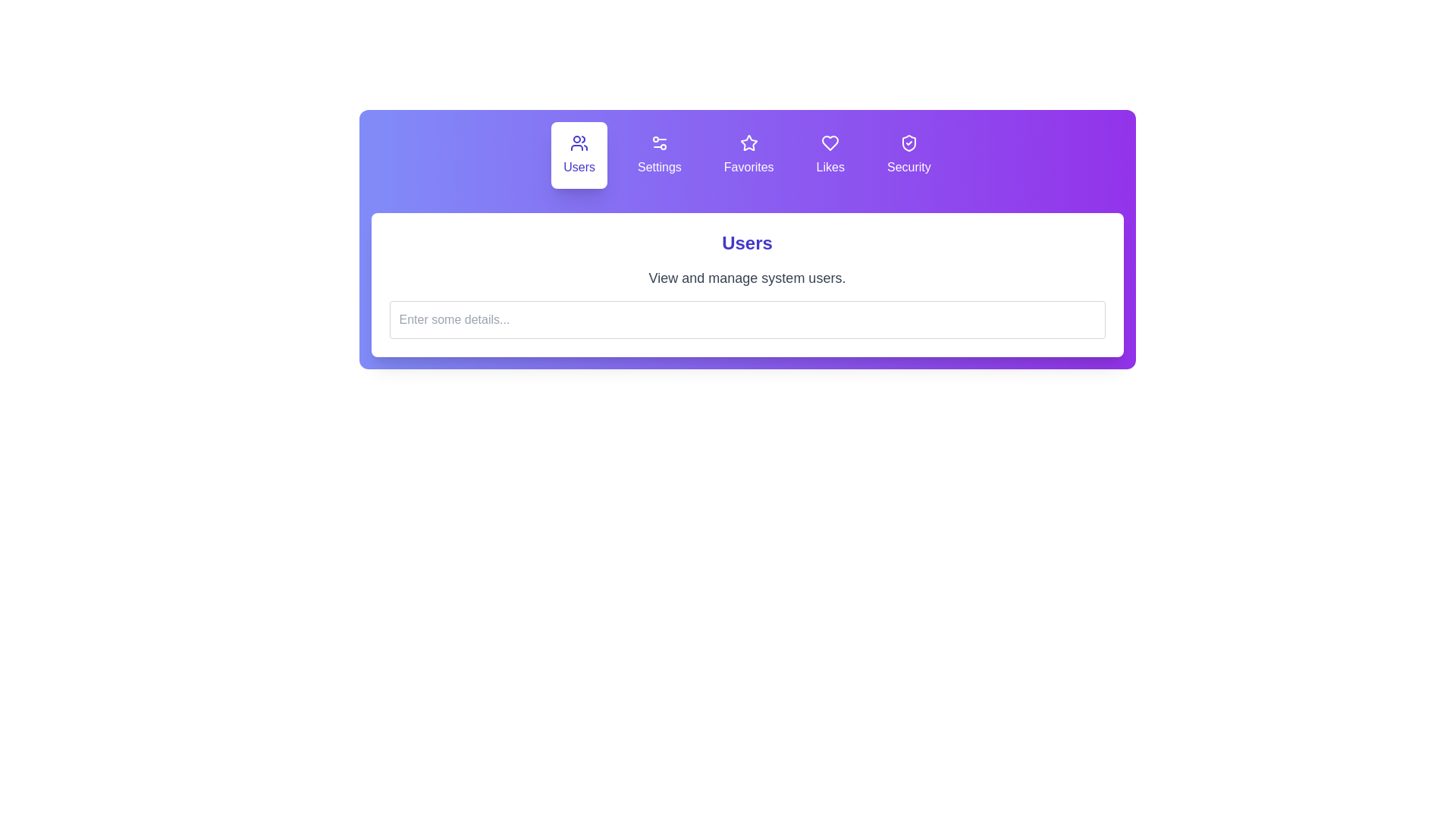  What do you see at coordinates (747, 318) in the screenshot?
I see `the input field and type the text 'Sample Input'` at bounding box center [747, 318].